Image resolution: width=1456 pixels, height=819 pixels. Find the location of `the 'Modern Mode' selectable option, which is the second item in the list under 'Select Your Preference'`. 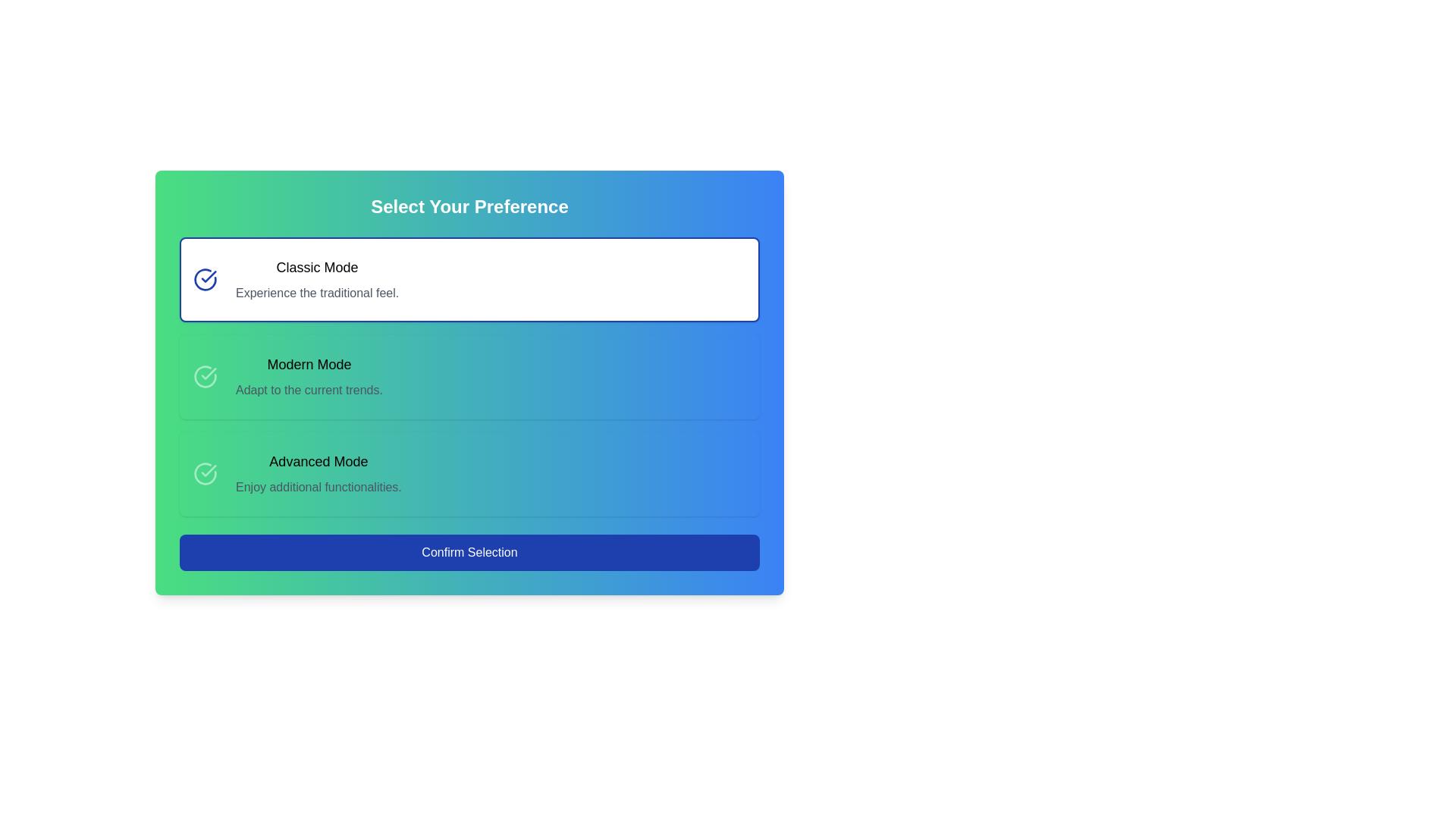

the 'Modern Mode' selectable option, which is the second item in the list under 'Select Your Preference' is located at coordinates (469, 376).